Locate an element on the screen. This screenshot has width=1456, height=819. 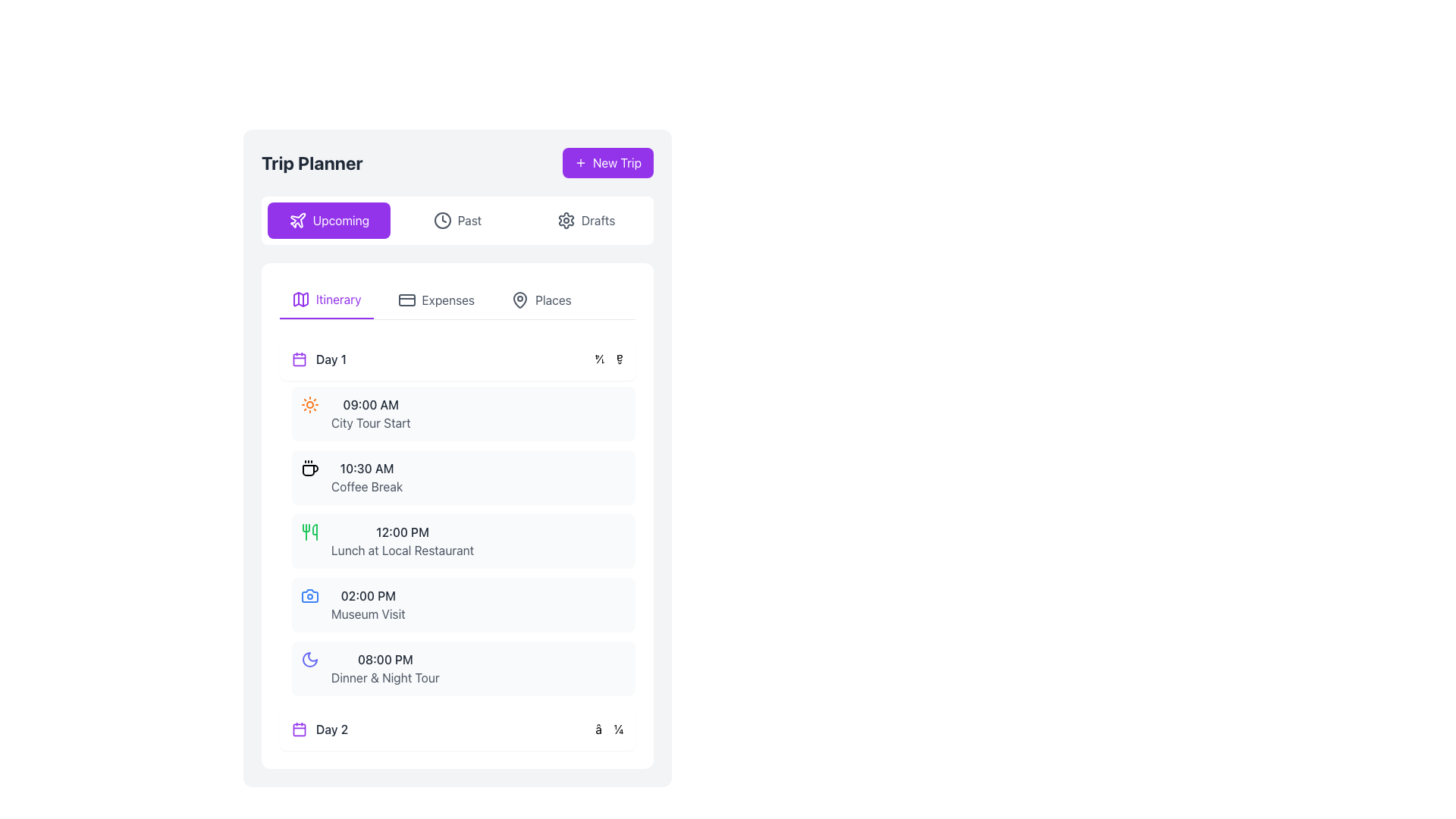
the airplane vector icon located within the purple 'New Trip' button at the right edge of the header section is located at coordinates (297, 220).